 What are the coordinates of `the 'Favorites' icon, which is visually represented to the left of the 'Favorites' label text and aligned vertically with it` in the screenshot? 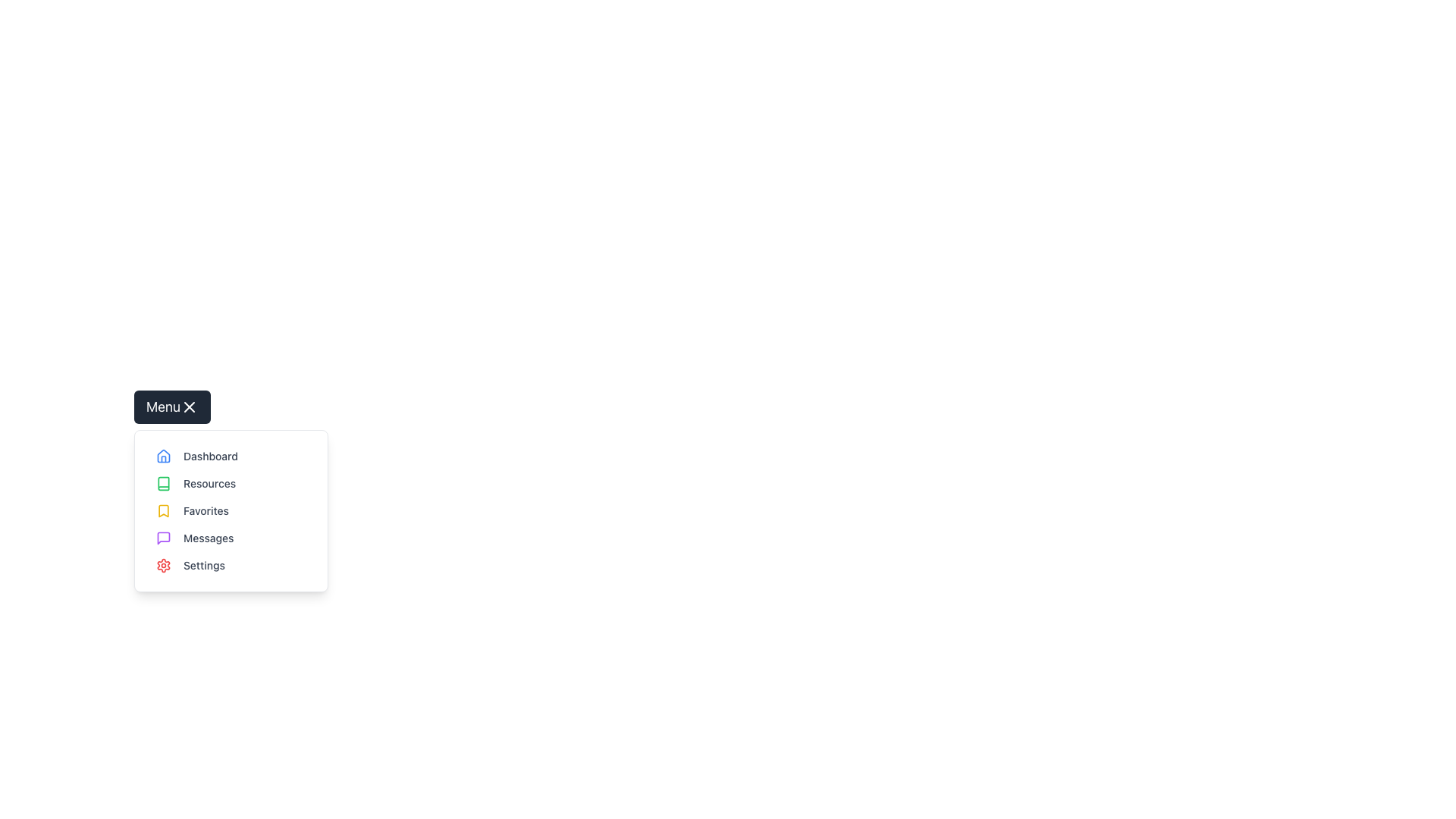 It's located at (164, 511).